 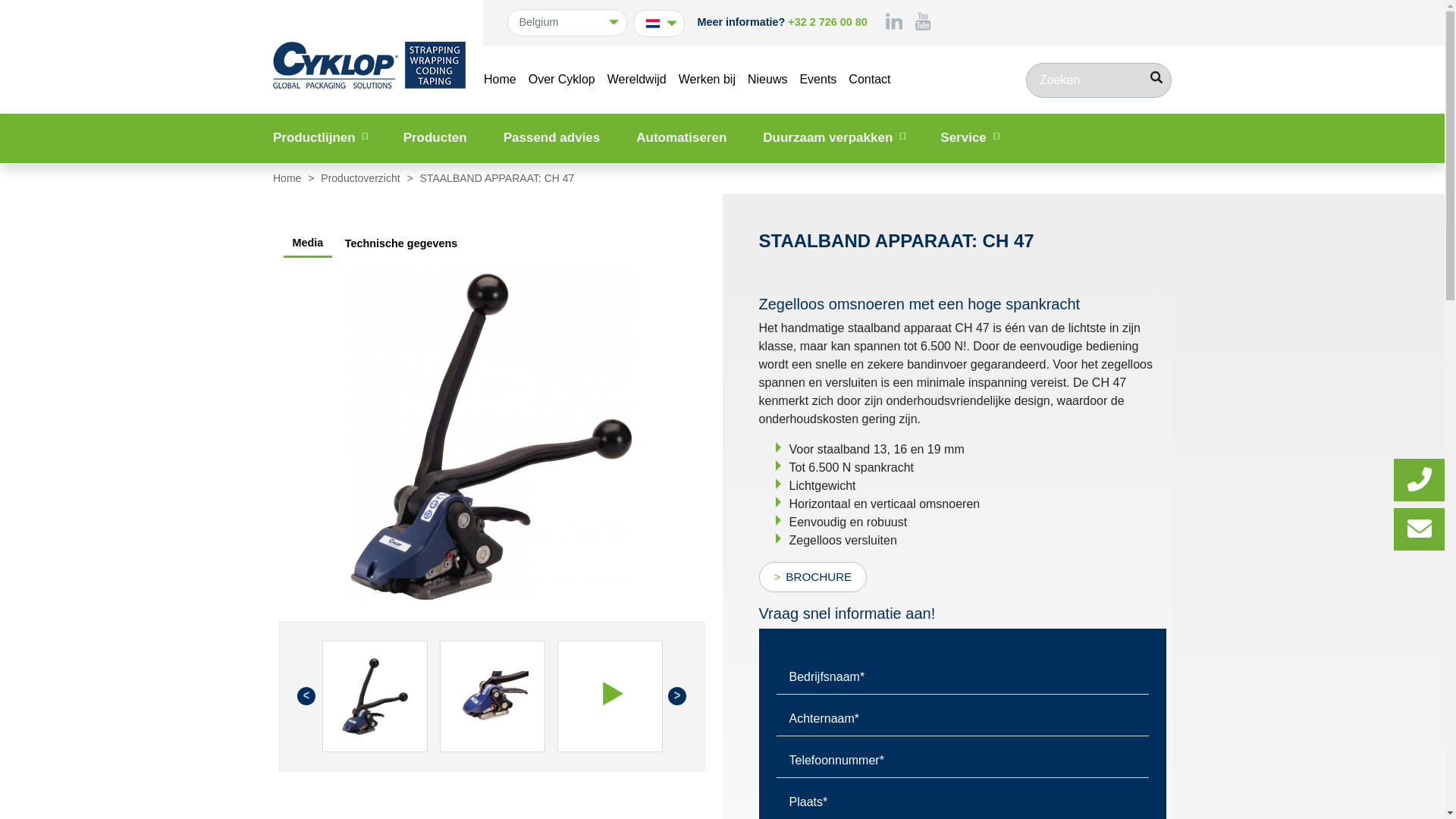 What do you see at coordinates (560, 79) in the screenshot?
I see `'Over Cyklop'` at bounding box center [560, 79].